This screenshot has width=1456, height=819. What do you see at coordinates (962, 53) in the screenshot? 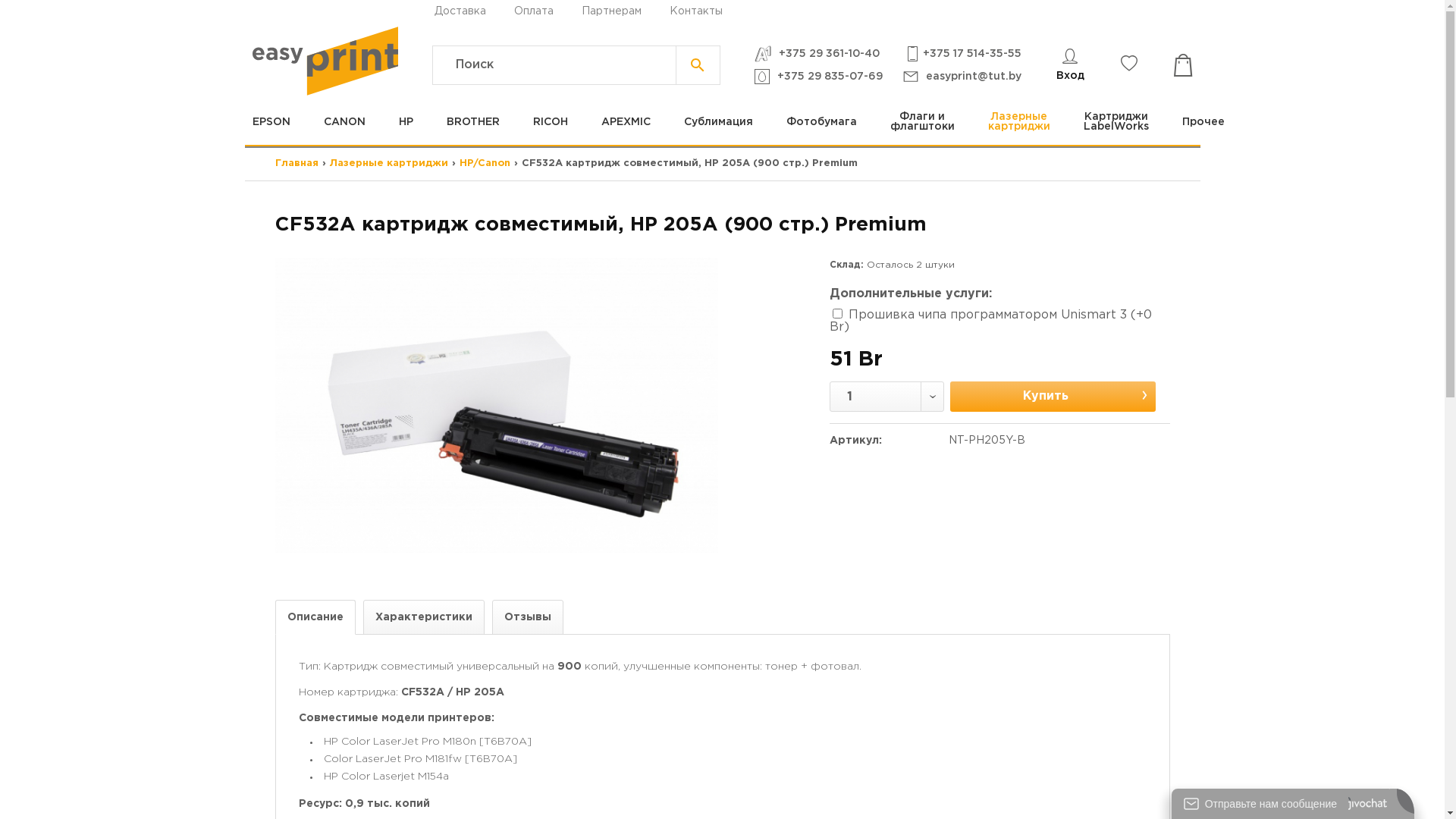
I see `'+375 17 514-35-55'` at bounding box center [962, 53].